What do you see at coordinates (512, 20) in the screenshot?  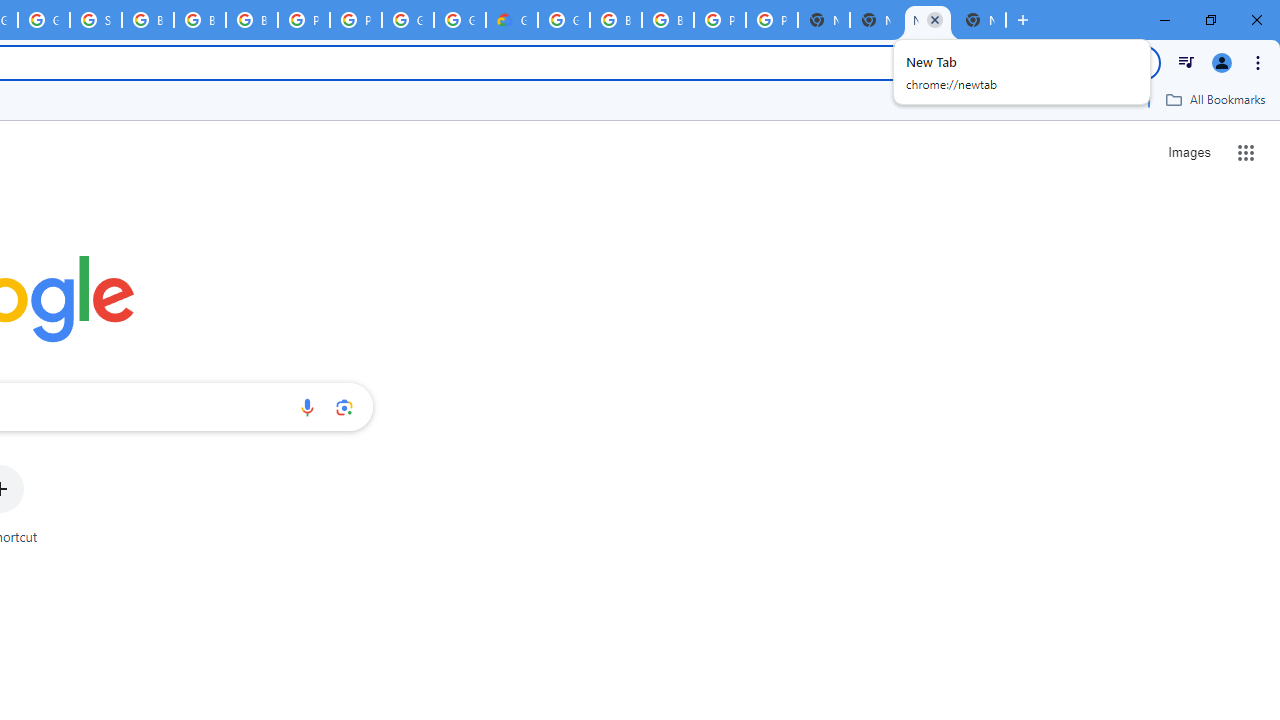 I see `'Google Cloud Estimate Summary'` at bounding box center [512, 20].